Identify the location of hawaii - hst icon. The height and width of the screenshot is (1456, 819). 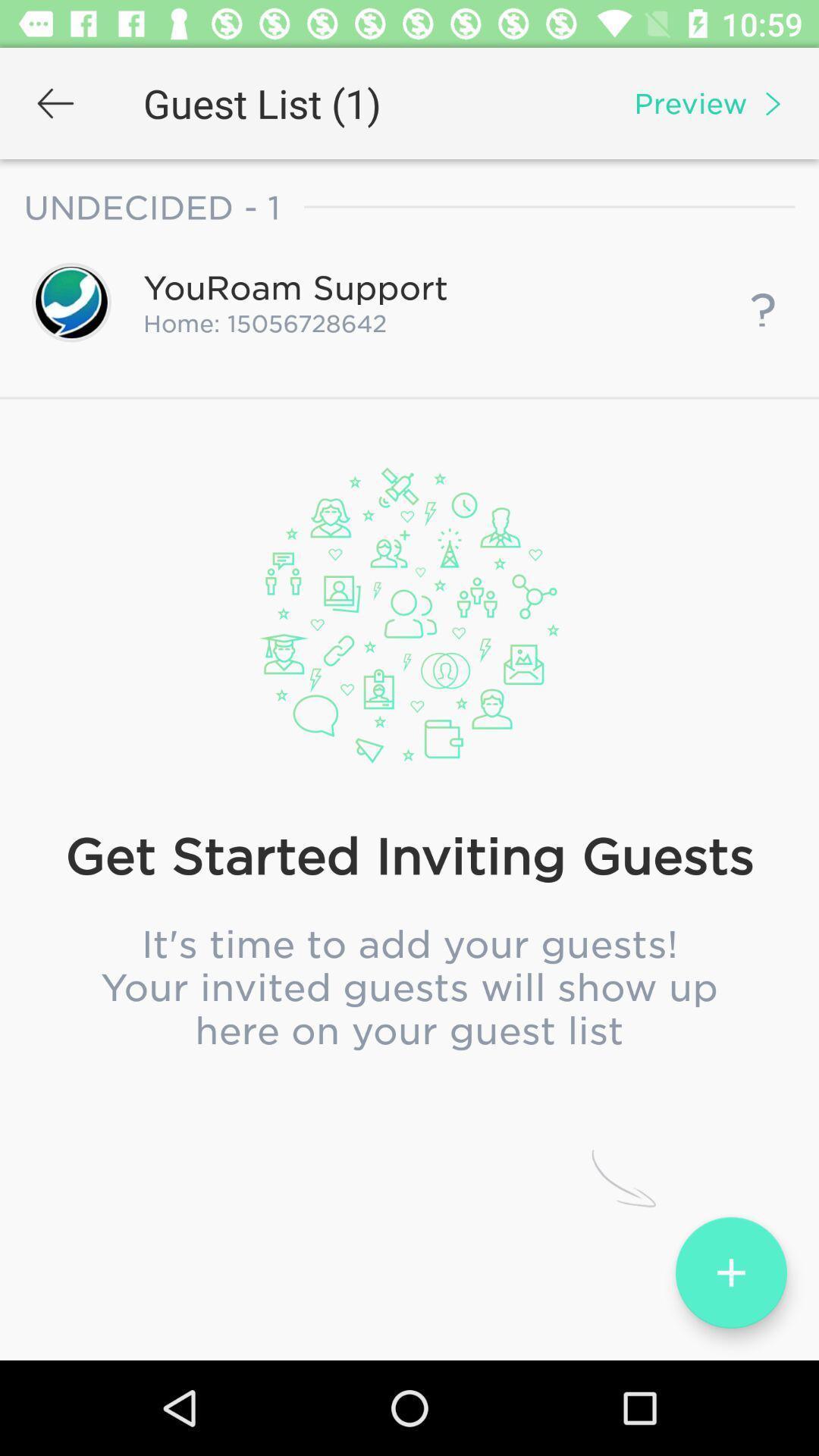
(409, 777).